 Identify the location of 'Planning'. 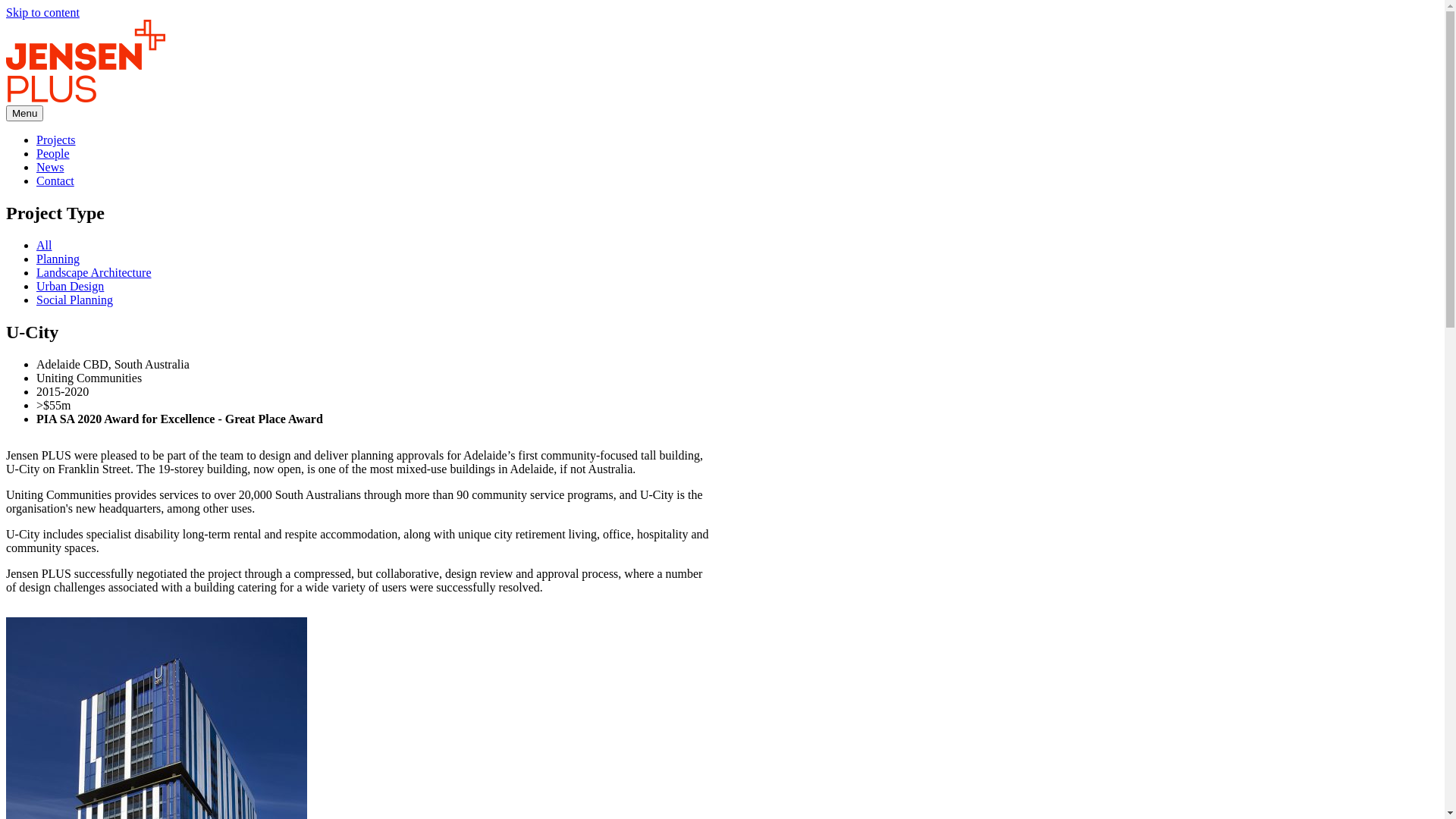
(58, 258).